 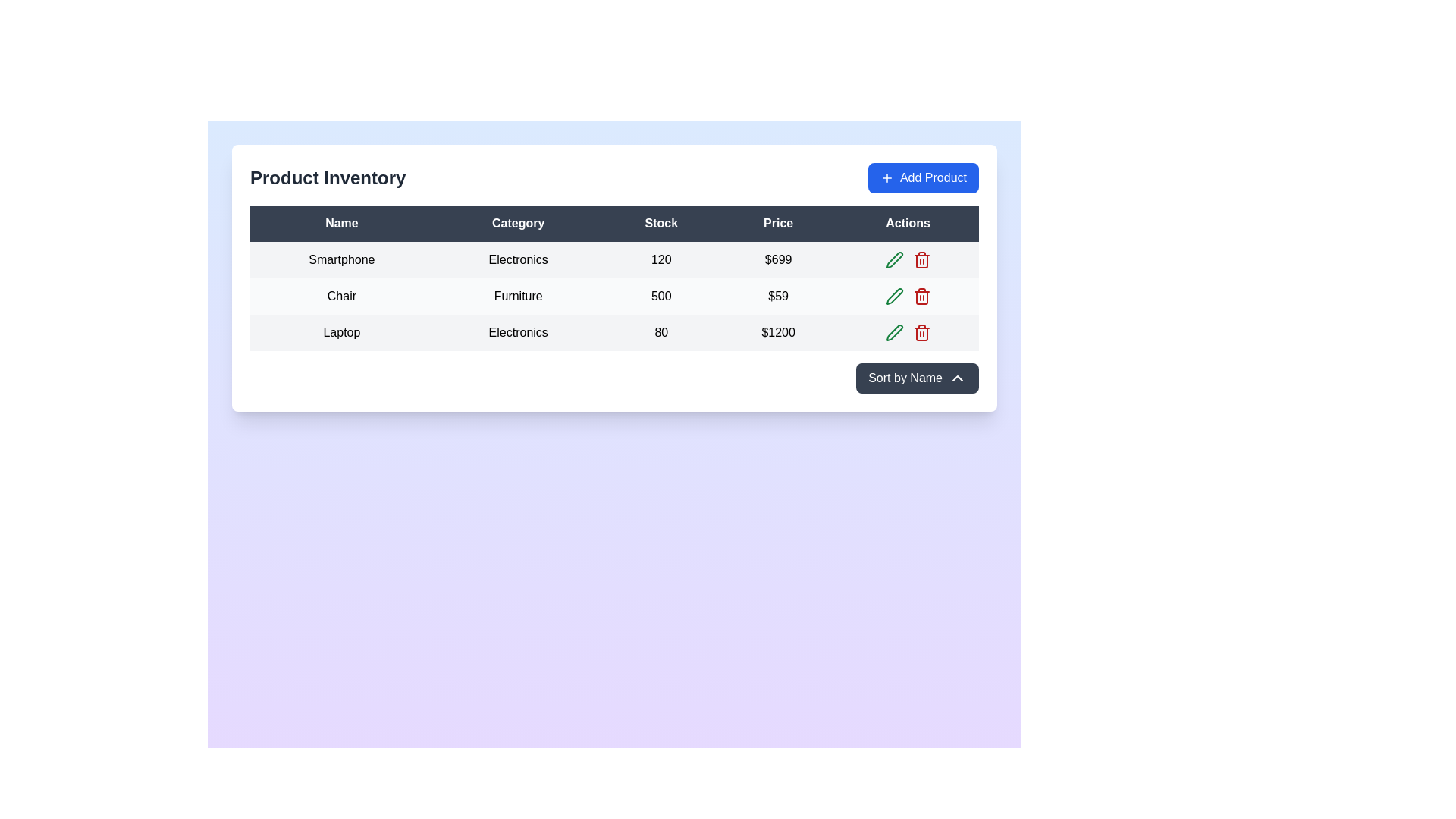 I want to click on the 'Actions' column header in the table, which is the fifth column header located to the right of the 'Price' header, so click(x=908, y=223).